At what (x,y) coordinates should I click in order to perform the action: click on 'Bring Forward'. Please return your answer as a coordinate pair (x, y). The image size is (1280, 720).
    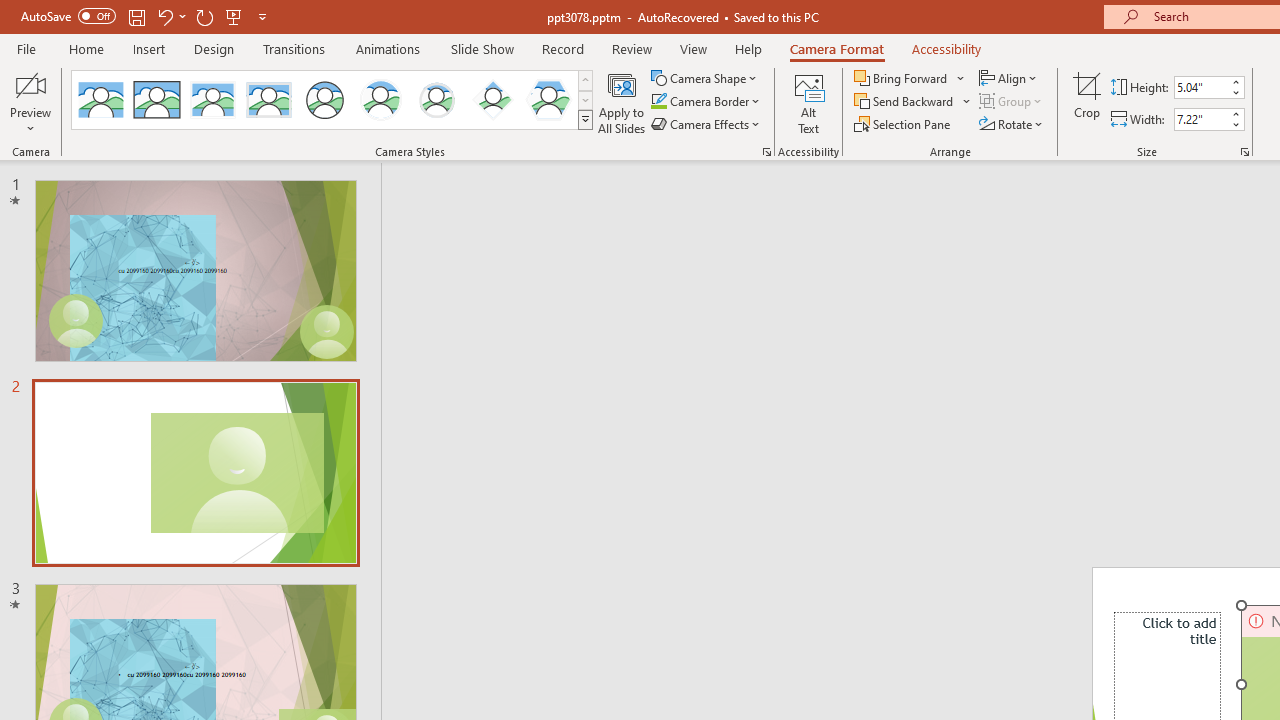
    Looking at the image, I should click on (901, 77).